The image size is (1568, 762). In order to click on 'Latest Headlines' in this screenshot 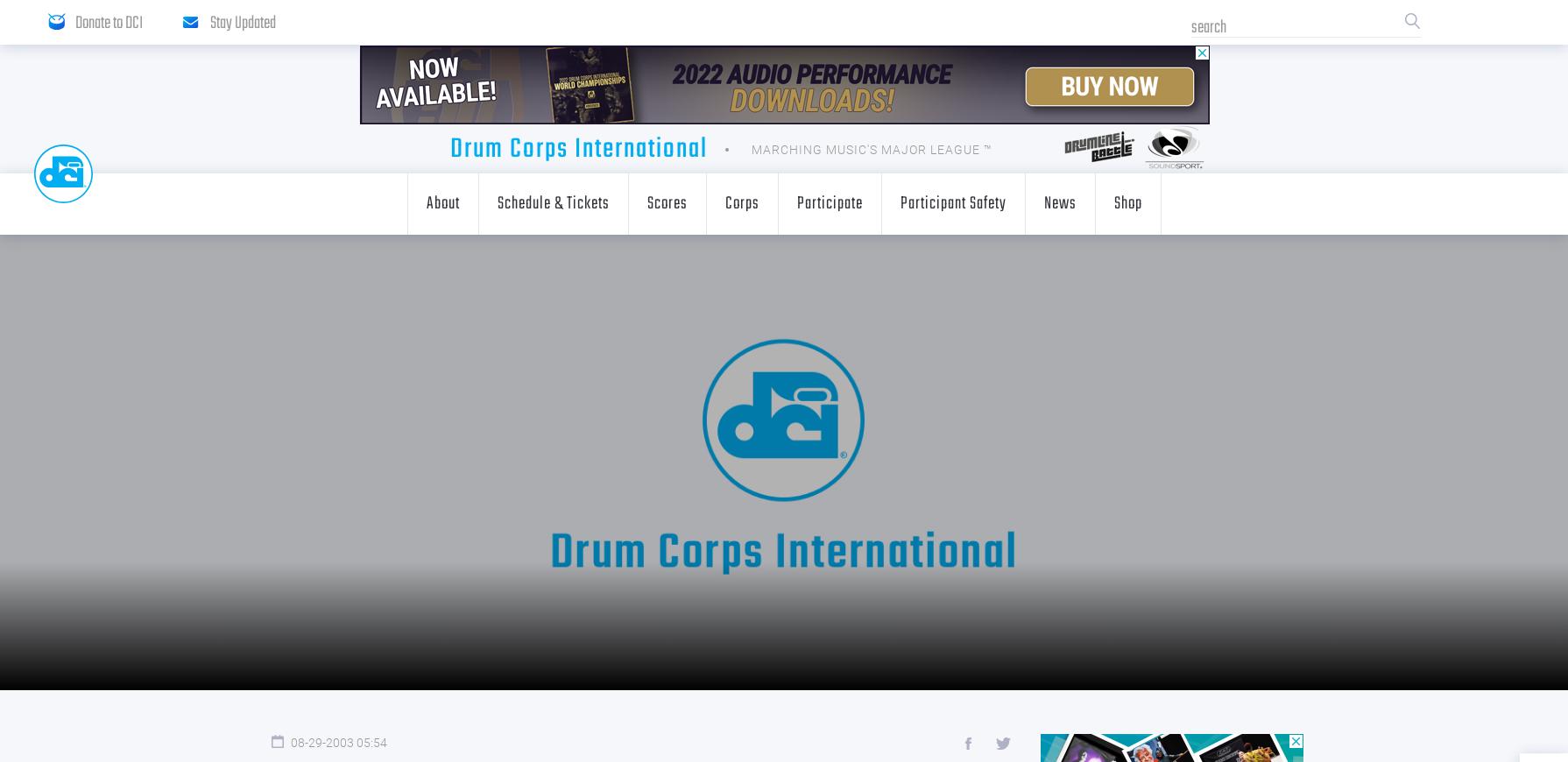, I will do `click(494, 308)`.